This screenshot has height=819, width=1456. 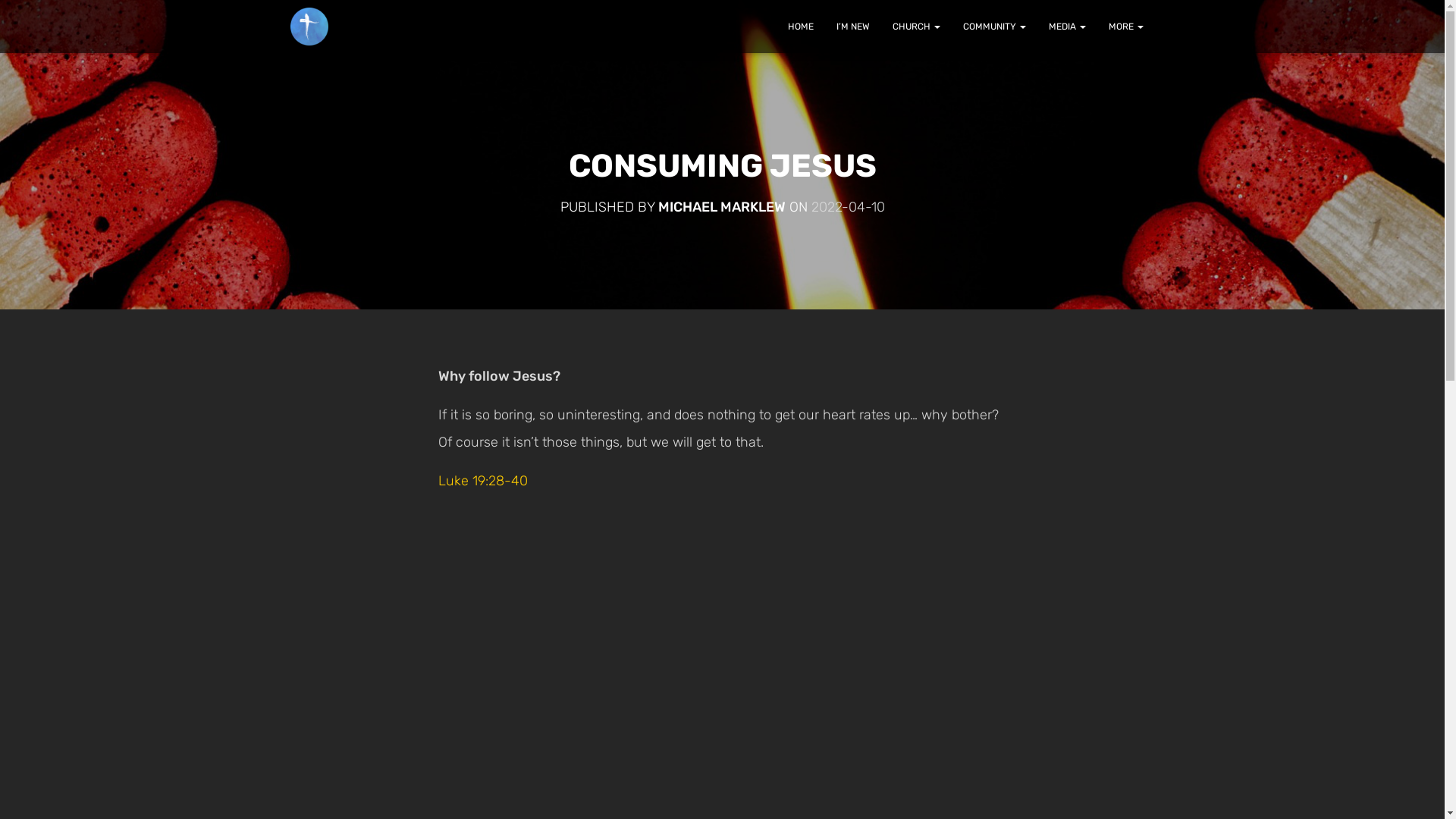 I want to click on 'MEDIA', so click(x=1066, y=26).